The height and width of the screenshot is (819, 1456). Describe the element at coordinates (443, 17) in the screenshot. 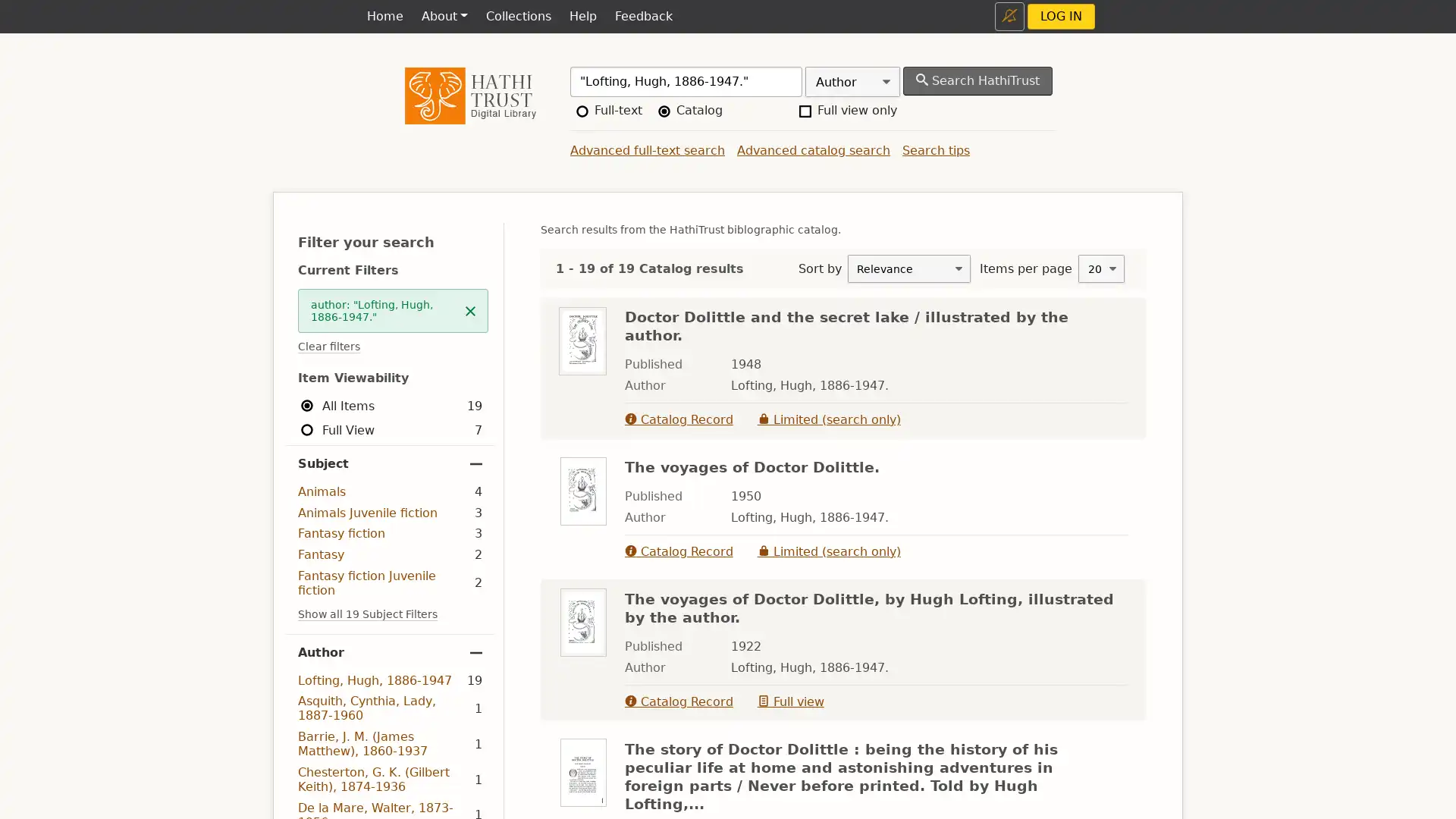

I see `About` at that location.